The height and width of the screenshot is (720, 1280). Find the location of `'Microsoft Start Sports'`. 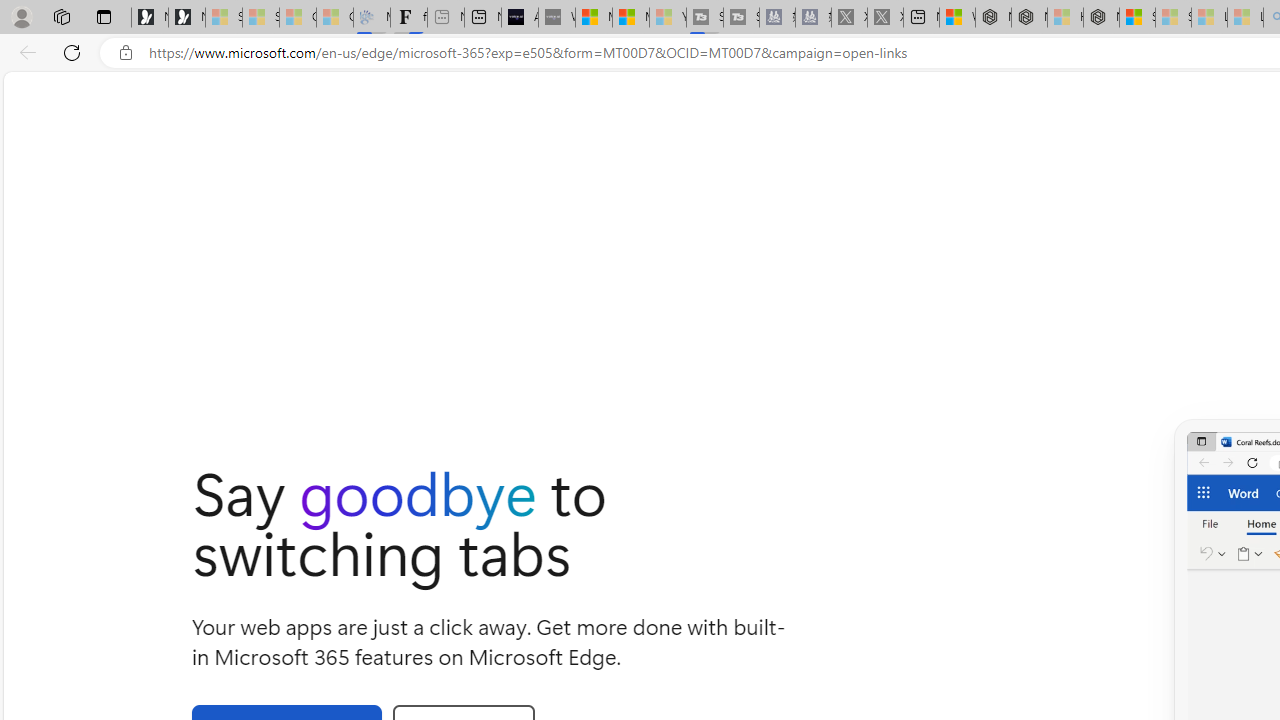

'Microsoft Start Sports' is located at coordinates (592, 17).